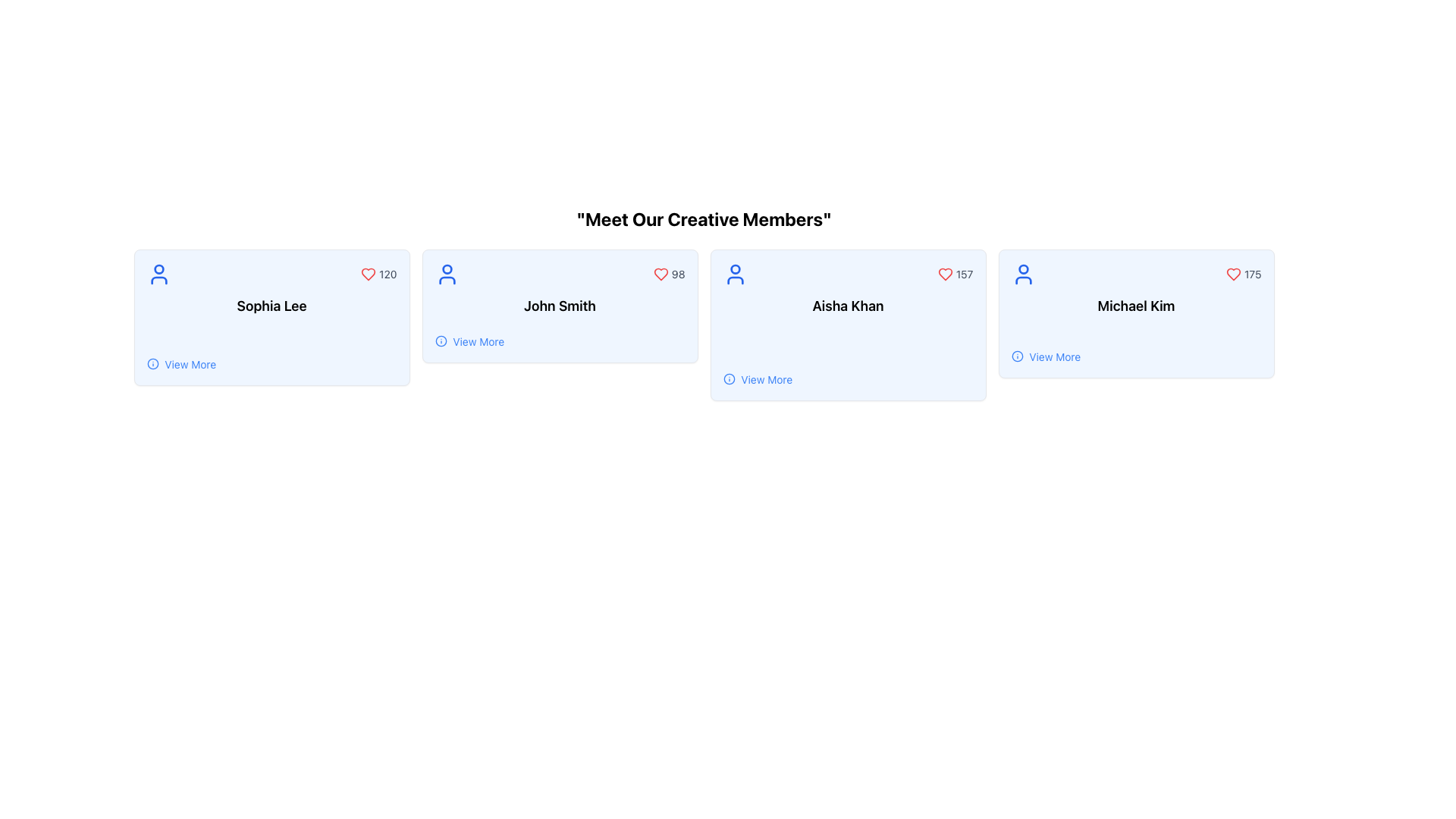 Image resolution: width=1456 pixels, height=819 pixels. What do you see at coordinates (944, 275) in the screenshot?
I see `the heart-shaped interactive icon in the profile card of 'Aisha Khan'` at bounding box center [944, 275].